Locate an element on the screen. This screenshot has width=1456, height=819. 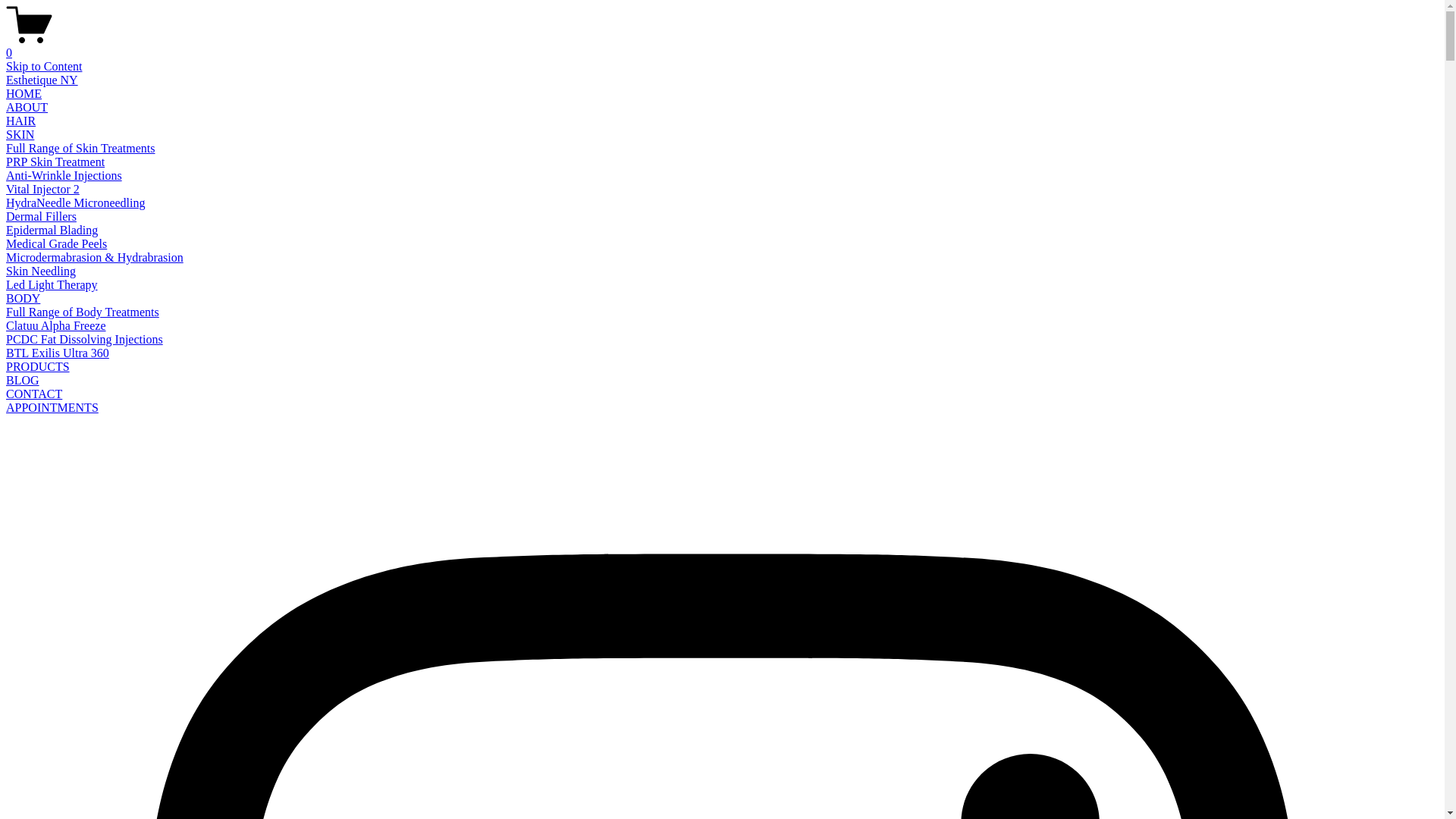
'Full Range of Body Treatments' is located at coordinates (82, 311).